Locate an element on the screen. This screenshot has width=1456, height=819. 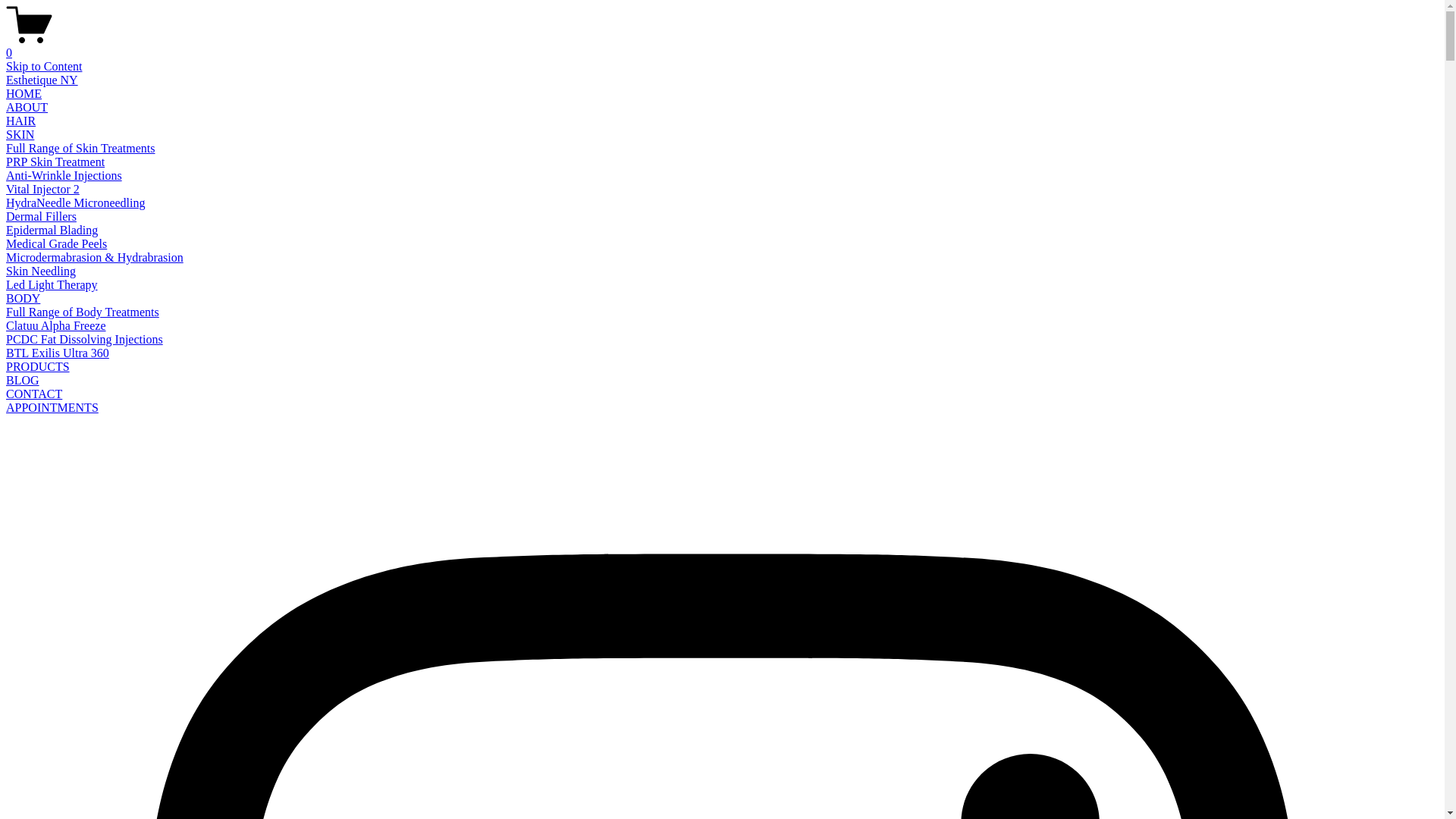
'Full Range of Body Treatments' is located at coordinates (82, 311).